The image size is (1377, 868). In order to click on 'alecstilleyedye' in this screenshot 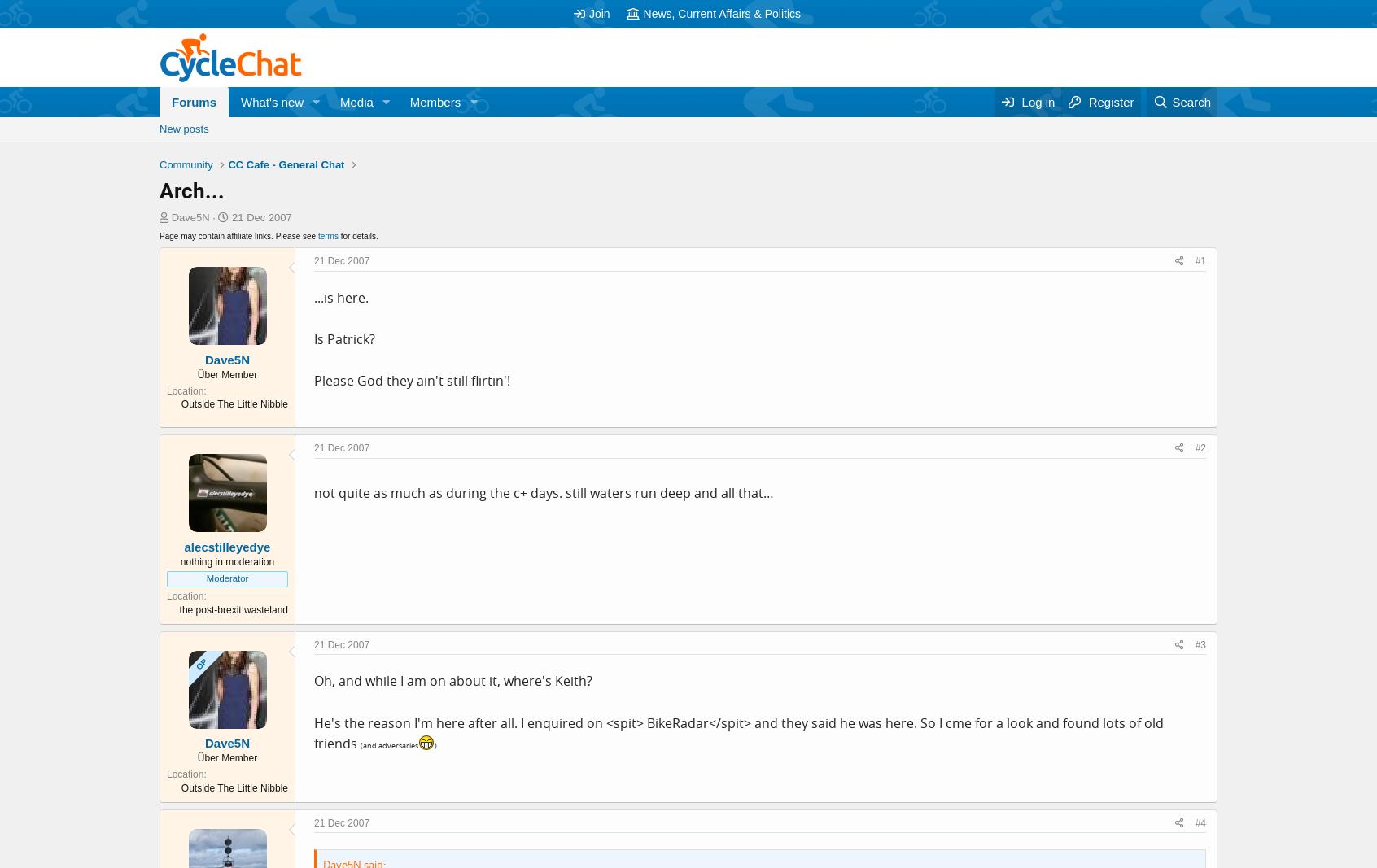, I will do `click(227, 546)`.